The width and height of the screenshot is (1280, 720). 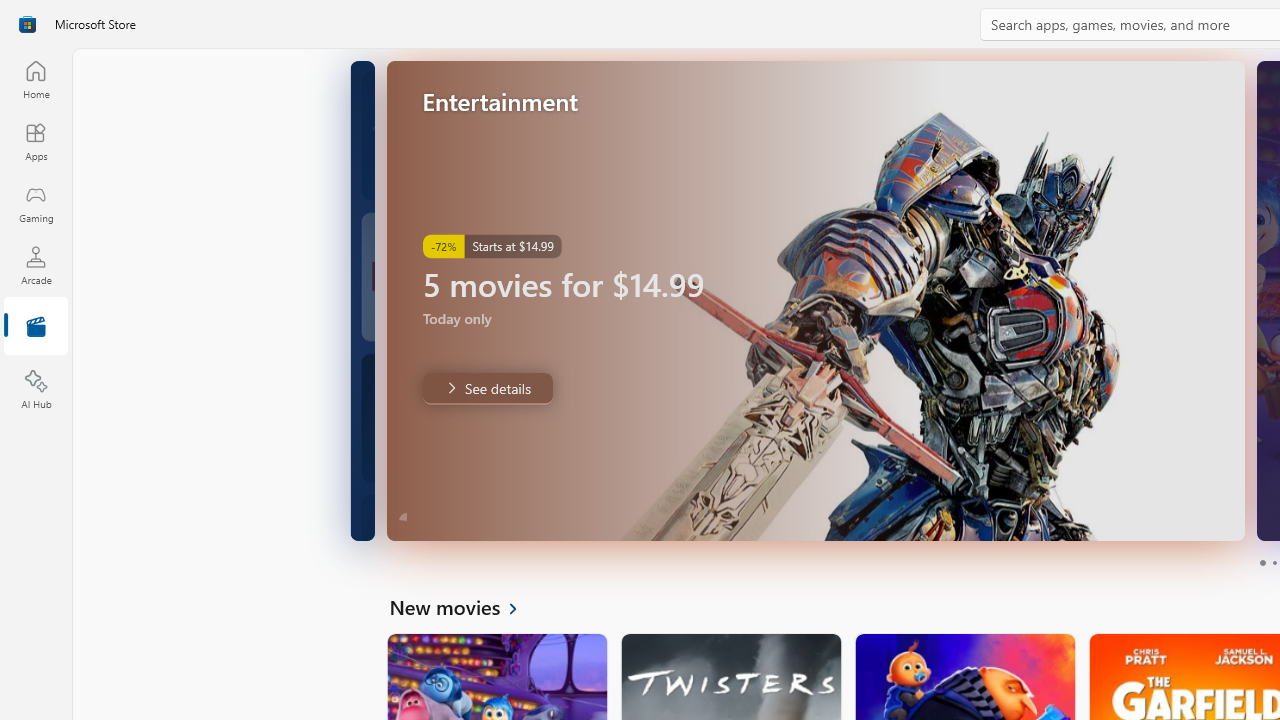 I want to click on 'Apps', so click(x=35, y=140).